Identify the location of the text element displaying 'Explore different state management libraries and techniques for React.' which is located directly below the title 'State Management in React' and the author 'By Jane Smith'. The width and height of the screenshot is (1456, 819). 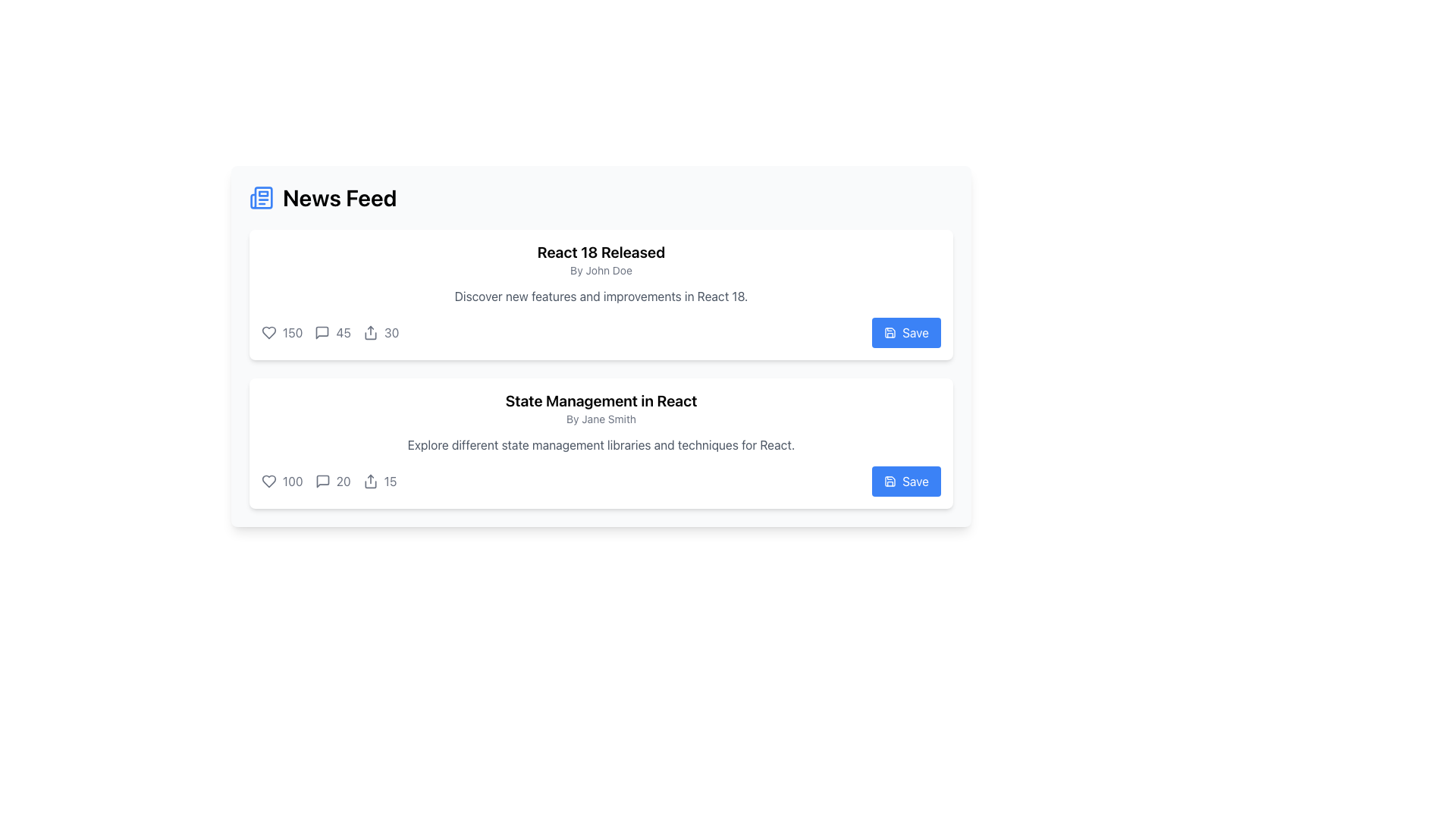
(600, 444).